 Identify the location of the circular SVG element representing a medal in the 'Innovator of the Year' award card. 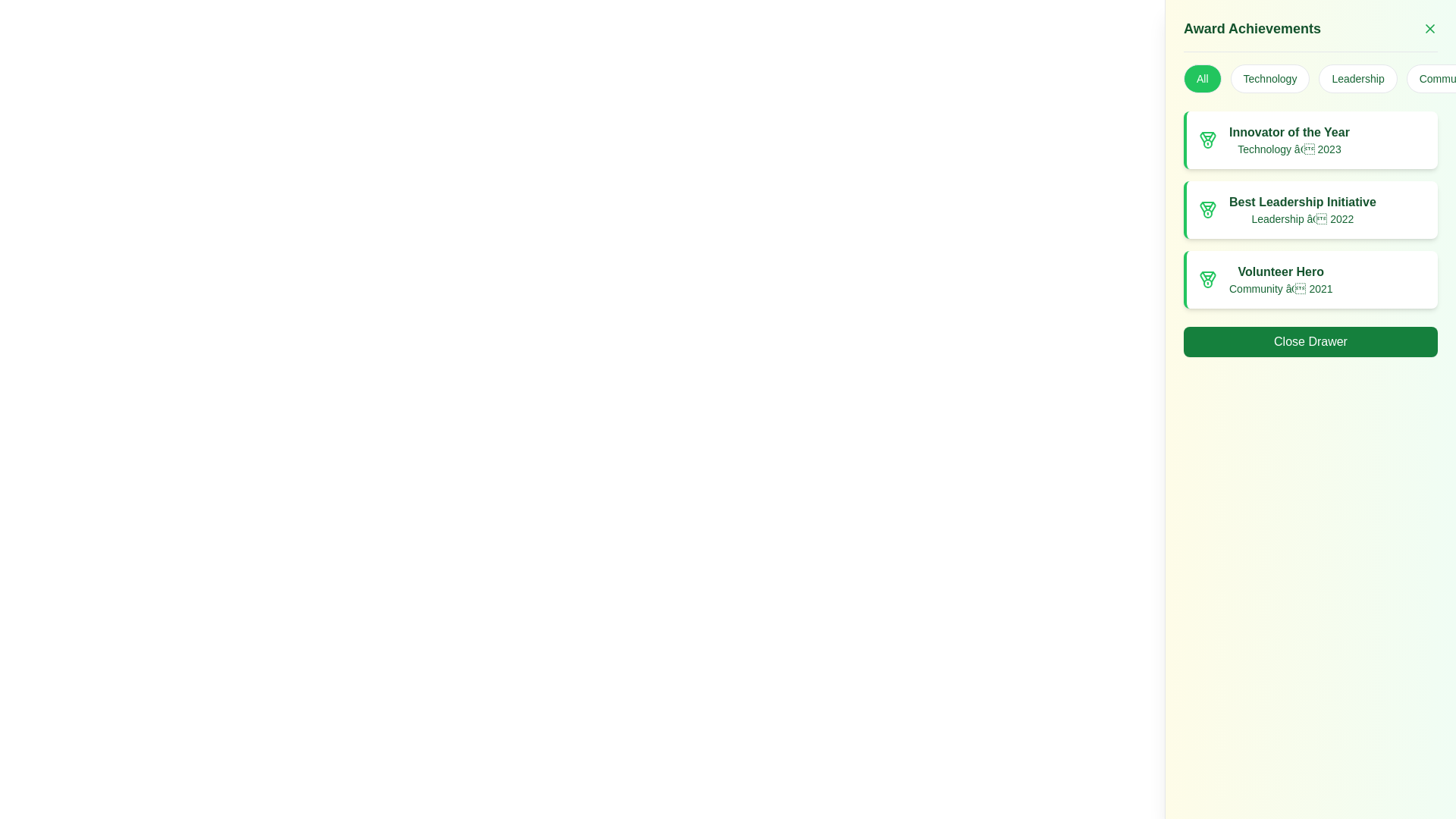
(1207, 143).